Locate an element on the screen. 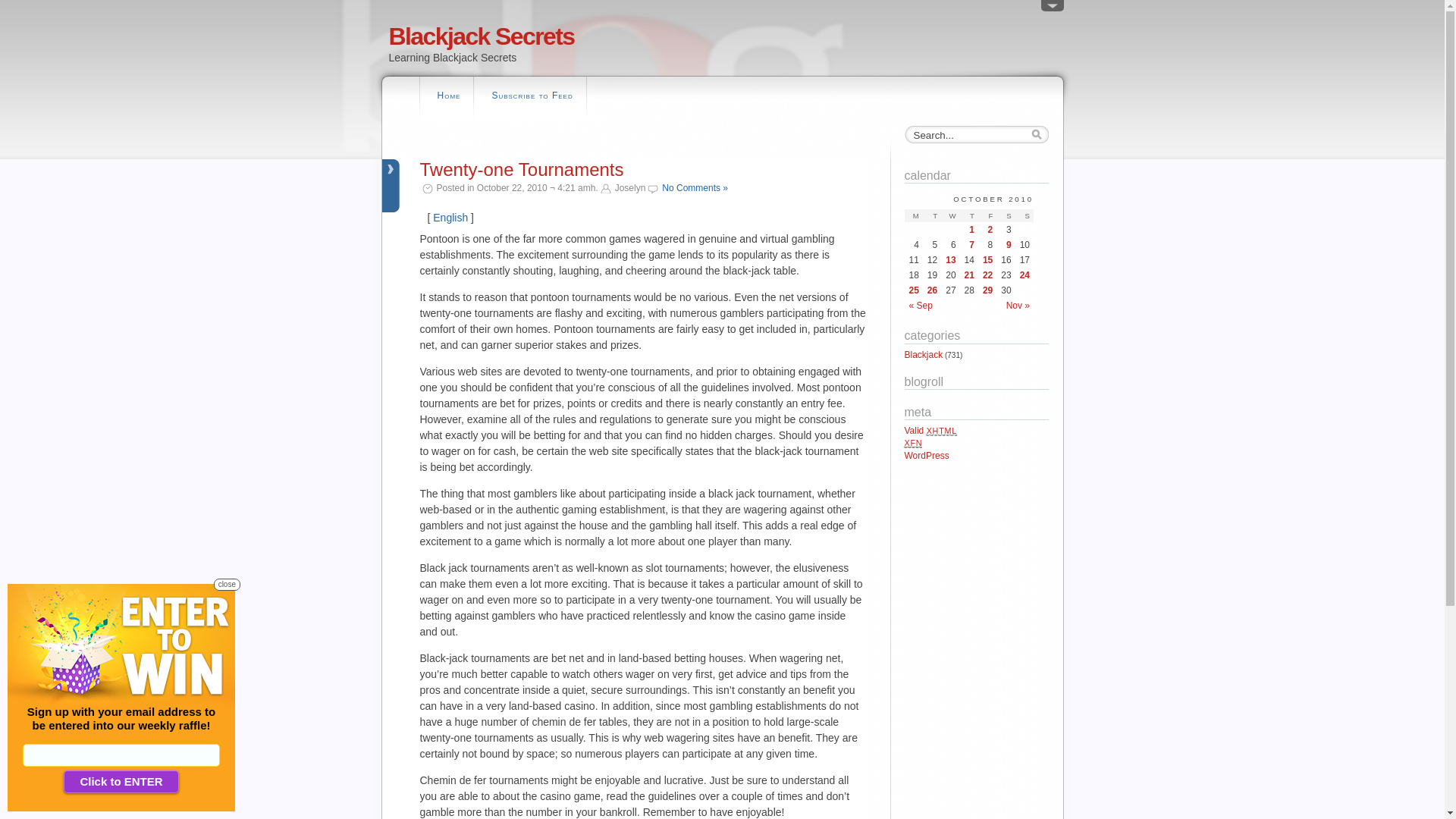  '13' is located at coordinates (949, 259).